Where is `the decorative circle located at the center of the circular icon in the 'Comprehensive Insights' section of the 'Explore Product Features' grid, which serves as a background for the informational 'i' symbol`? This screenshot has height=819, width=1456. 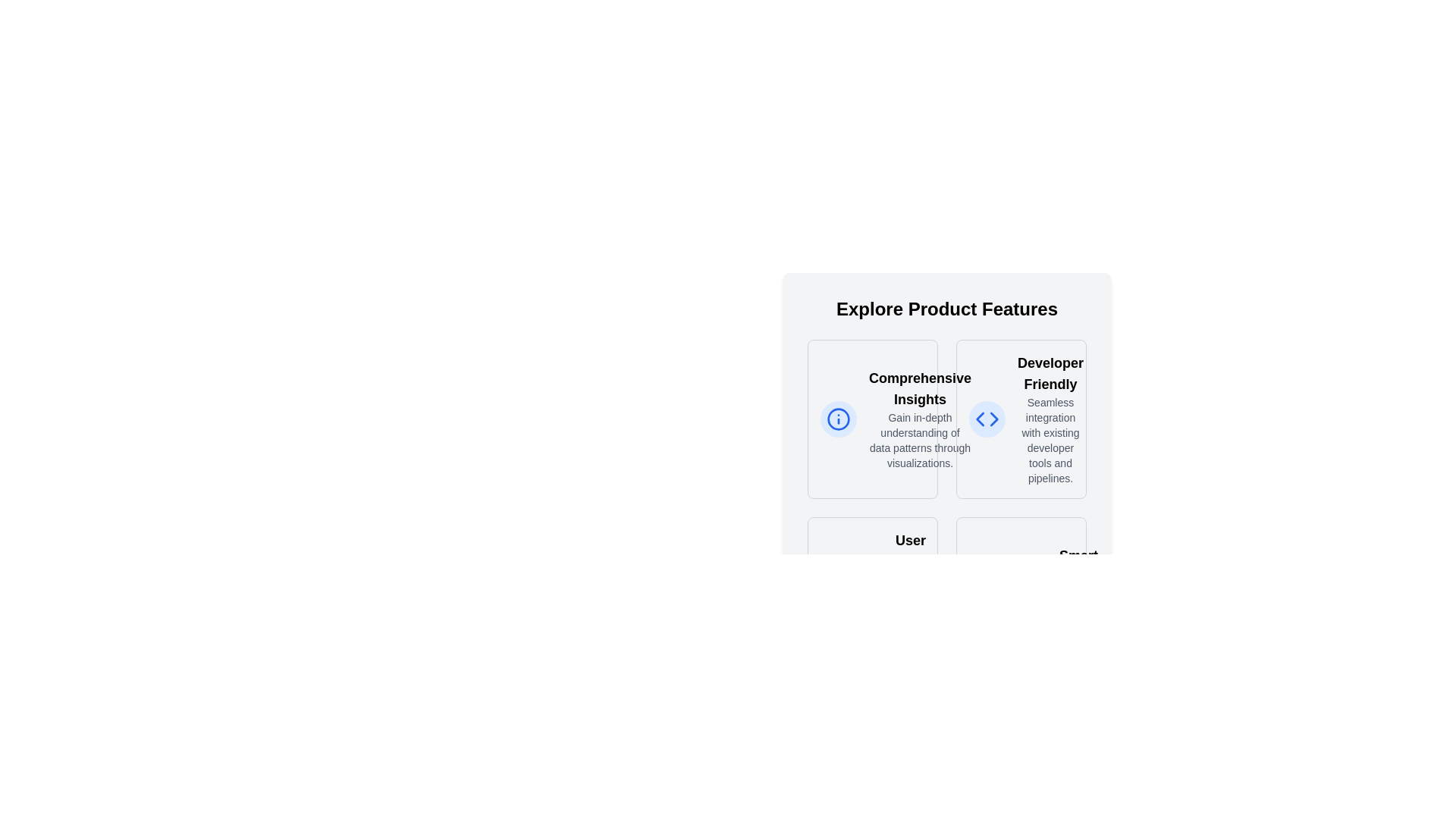
the decorative circle located at the center of the circular icon in the 'Comprehensive Insights' section of the 'Explore Product Features' grid, which serves as a background for the informational 'i' symbol is located at coordinates (837, 419).